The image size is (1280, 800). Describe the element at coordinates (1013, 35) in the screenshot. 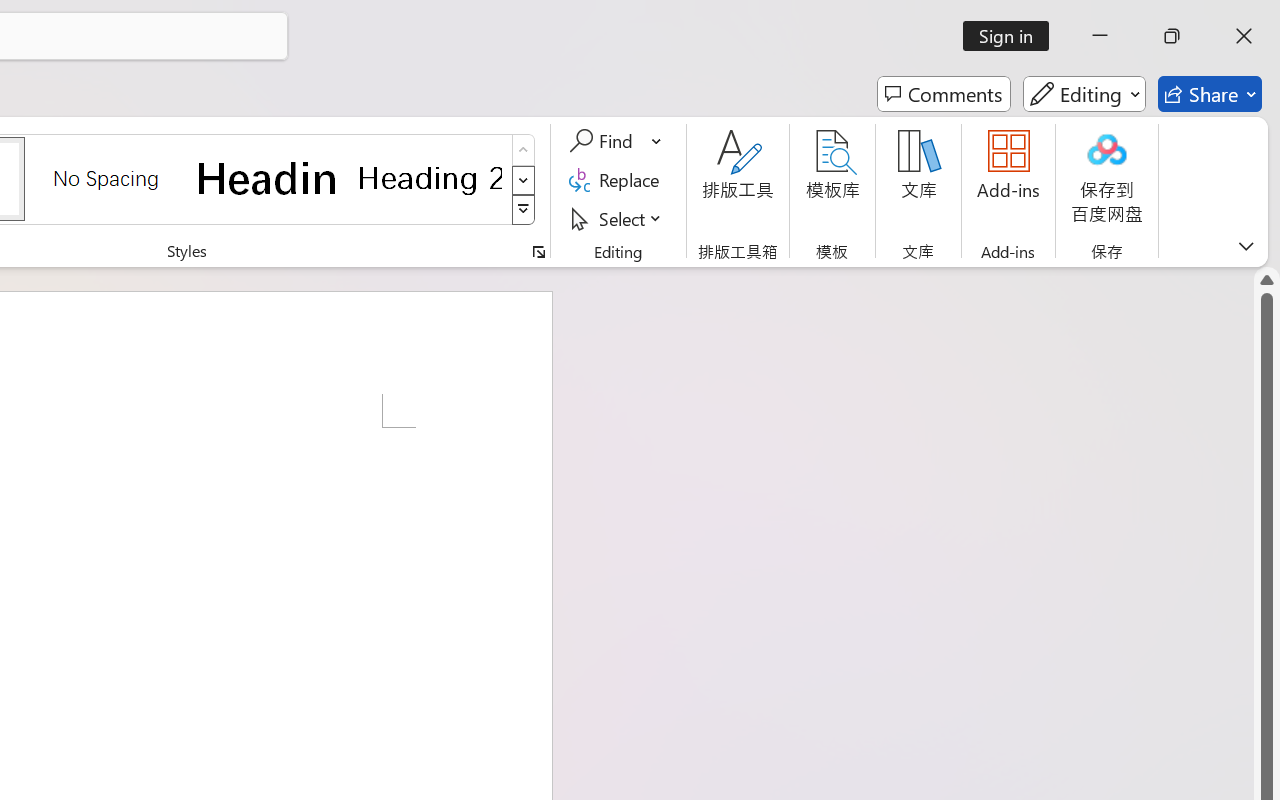

I see `'Sign in'` at that location.